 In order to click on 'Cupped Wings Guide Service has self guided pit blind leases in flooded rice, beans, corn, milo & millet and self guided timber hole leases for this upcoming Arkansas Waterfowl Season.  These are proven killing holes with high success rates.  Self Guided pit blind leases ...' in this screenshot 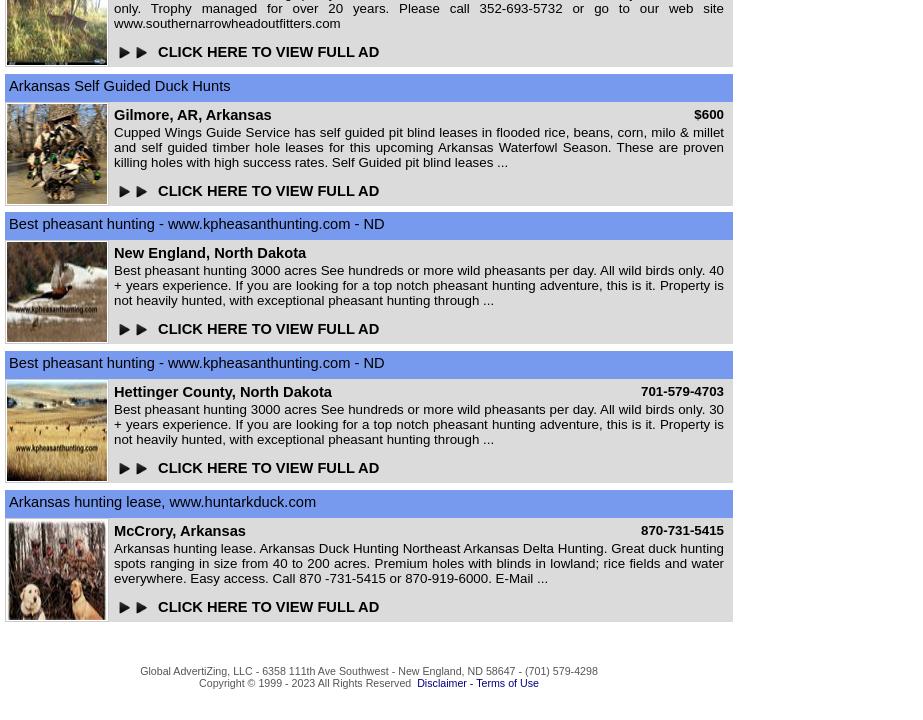, I will do `click(419, 145)`.